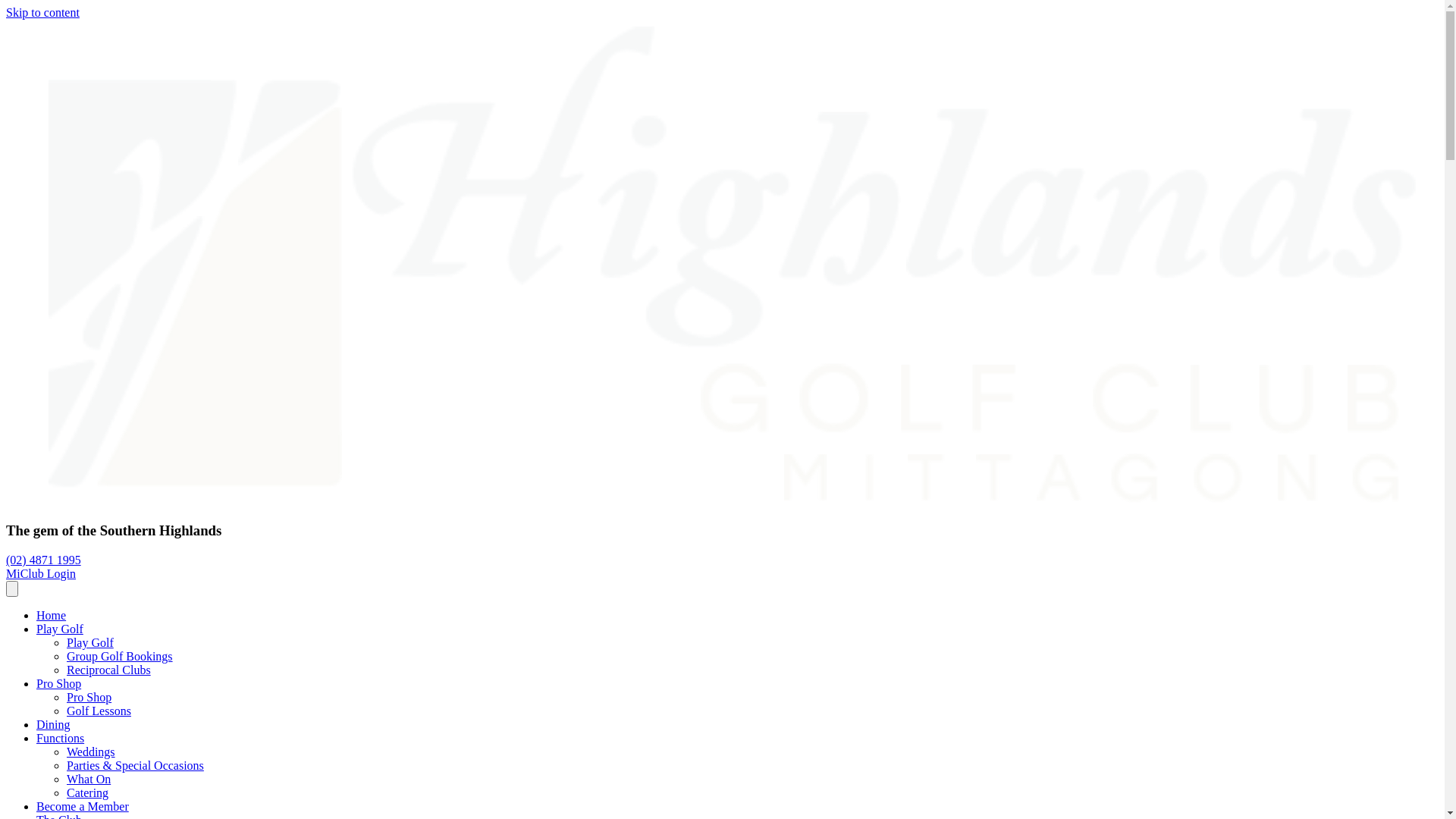 The height and width of the screenshot is (819, 1456). Describe the element at coordinates (87, 779) in the screenshot. I see `'What On'` at that location.